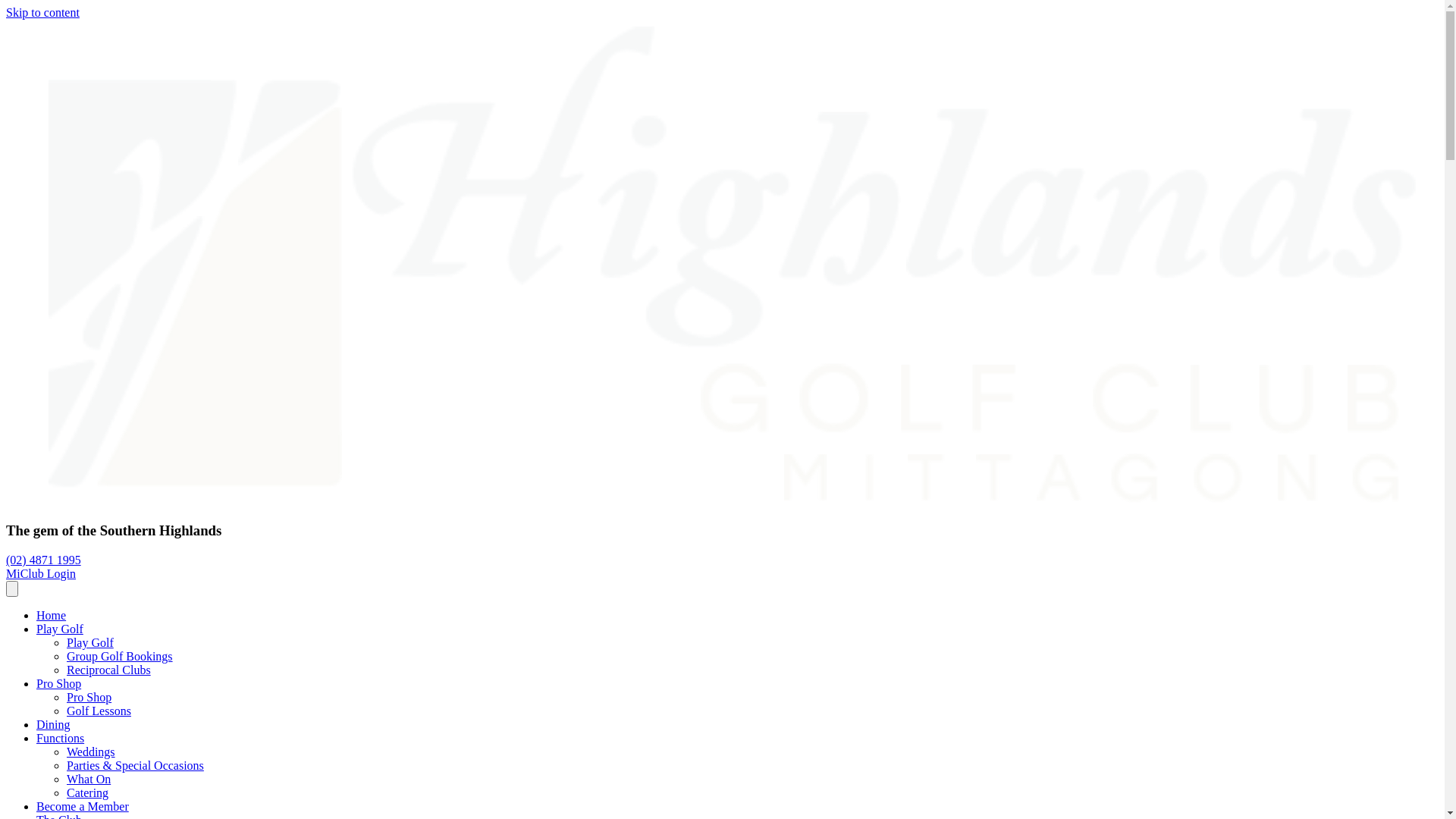 The height and width of the screenshot is (819, 1456). Describe the element at coordinates (87, 779) in the screenshot. I see `'What On'` at that location.